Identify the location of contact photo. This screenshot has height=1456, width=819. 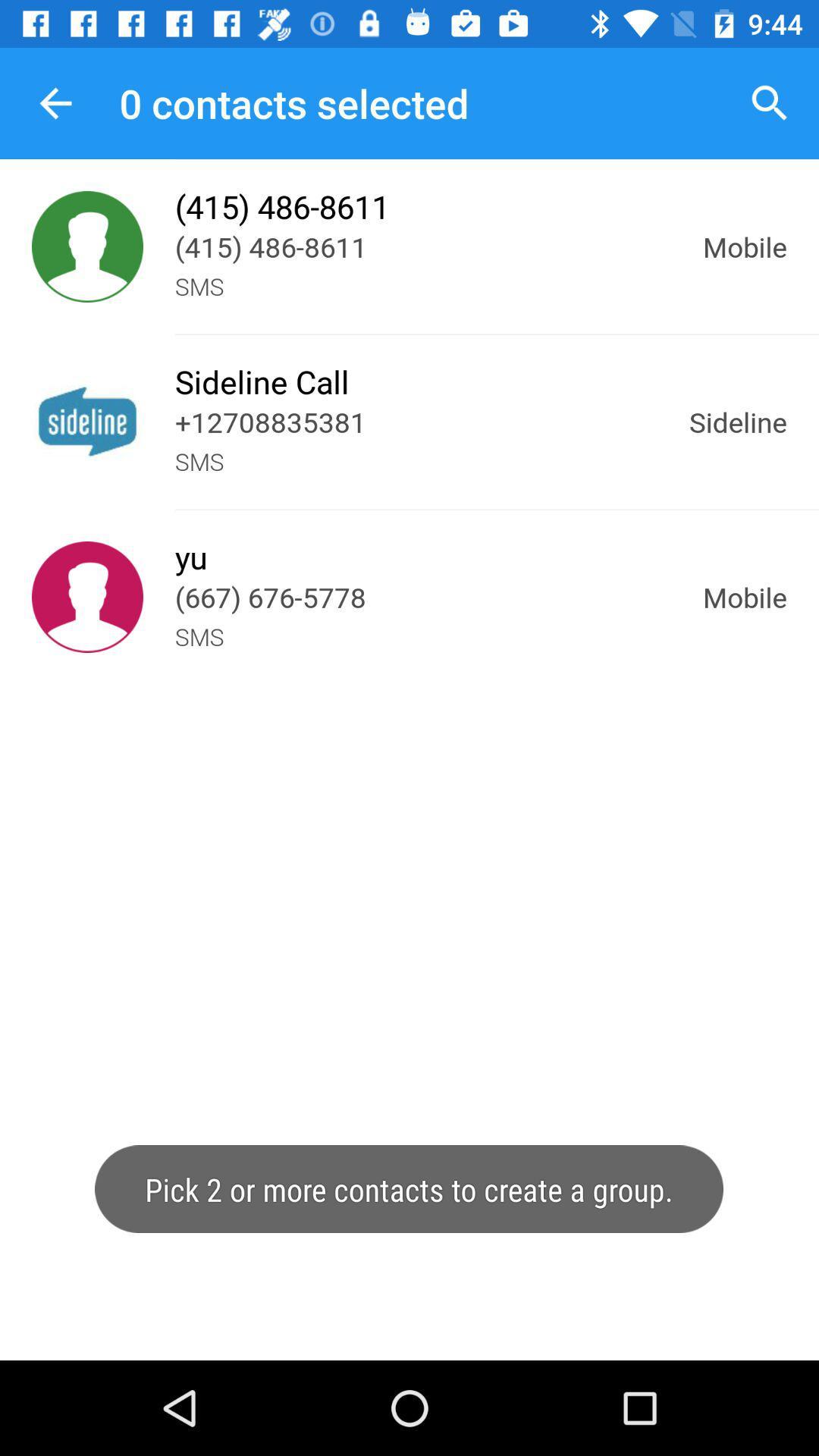
(87, 246).